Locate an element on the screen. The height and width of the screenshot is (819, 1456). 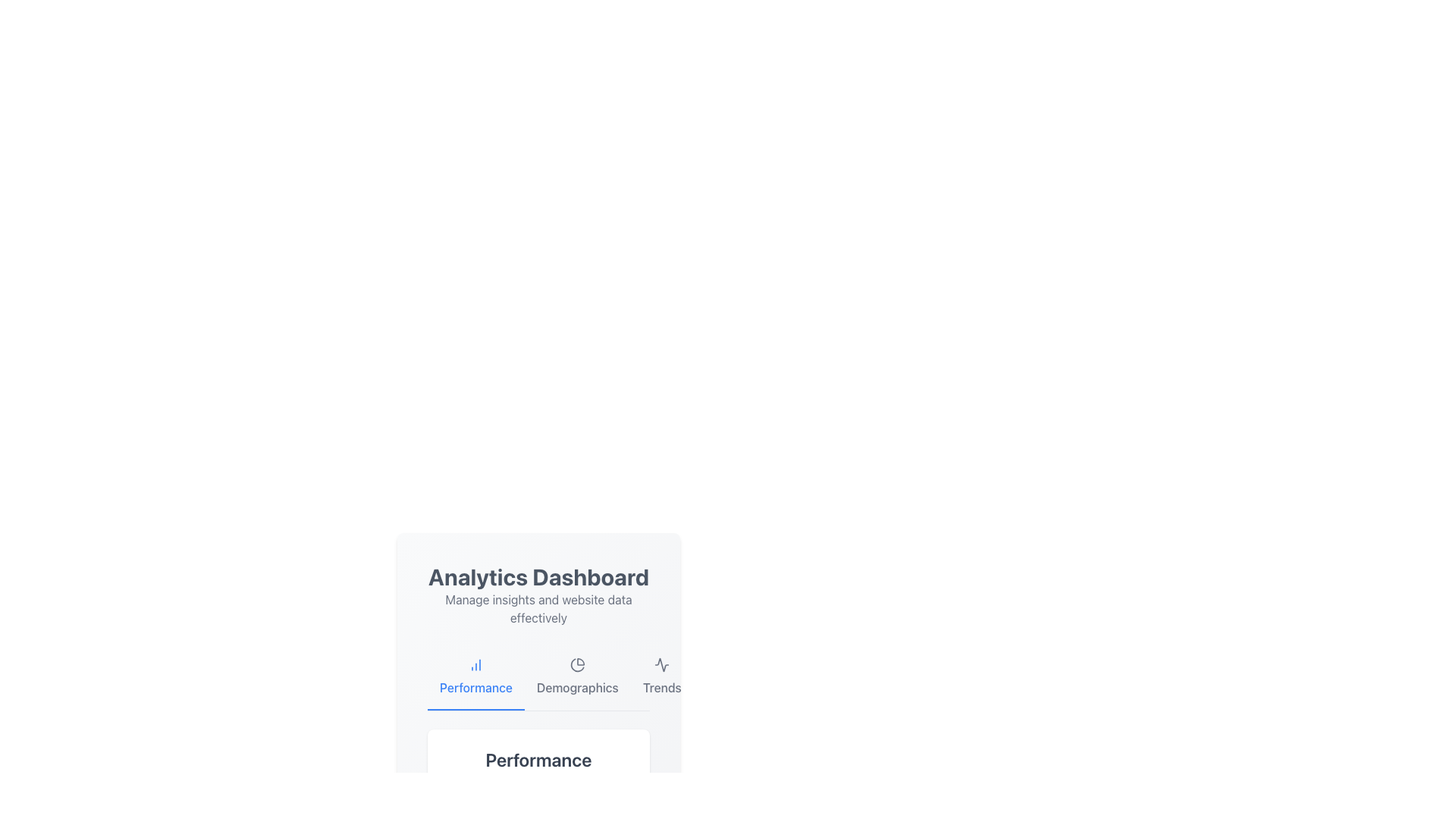
text from the 'Performance' text label, which is styled with a medium font weight and colored blue, located below the chart icon in the user interface is located at coordinates (475, 687).